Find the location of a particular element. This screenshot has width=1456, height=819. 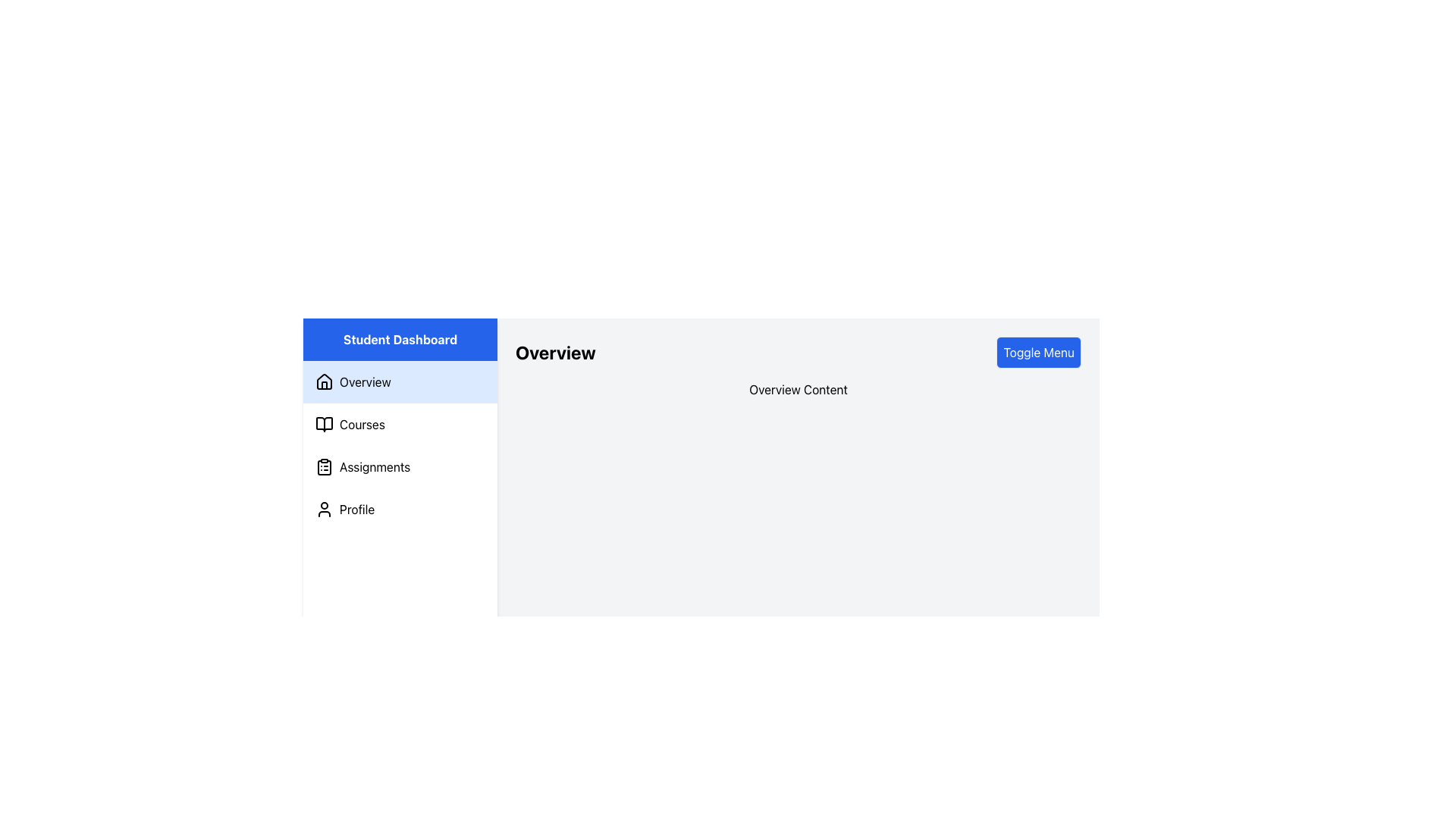

the stylized house icon in the sidebar menu, which is part of the 'Overview' graphical icon and located in the top section of the vertical list of options is located at coordinates (323, 380).